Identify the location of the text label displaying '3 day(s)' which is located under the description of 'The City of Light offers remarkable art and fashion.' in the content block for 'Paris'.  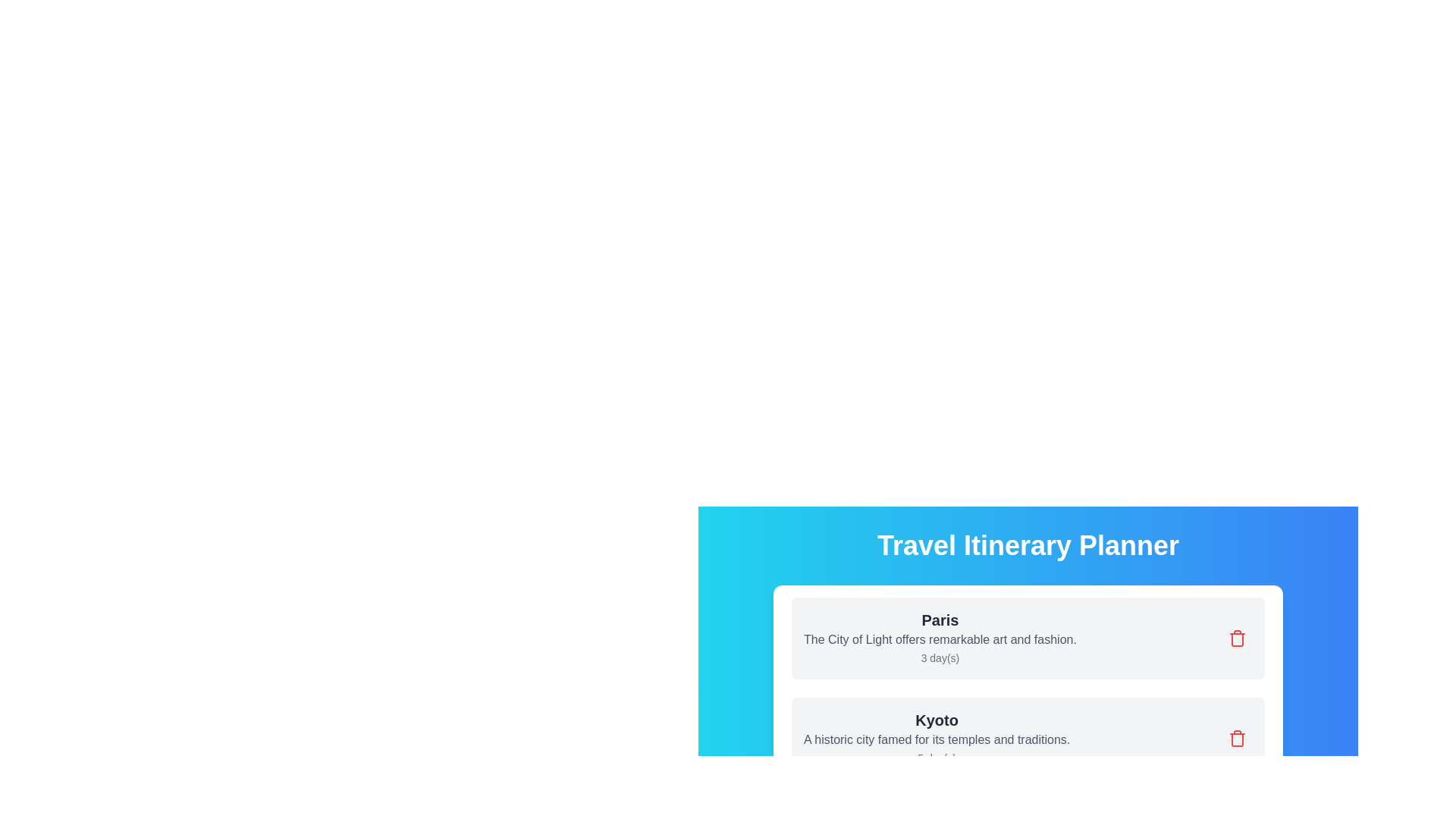
(939, 657).